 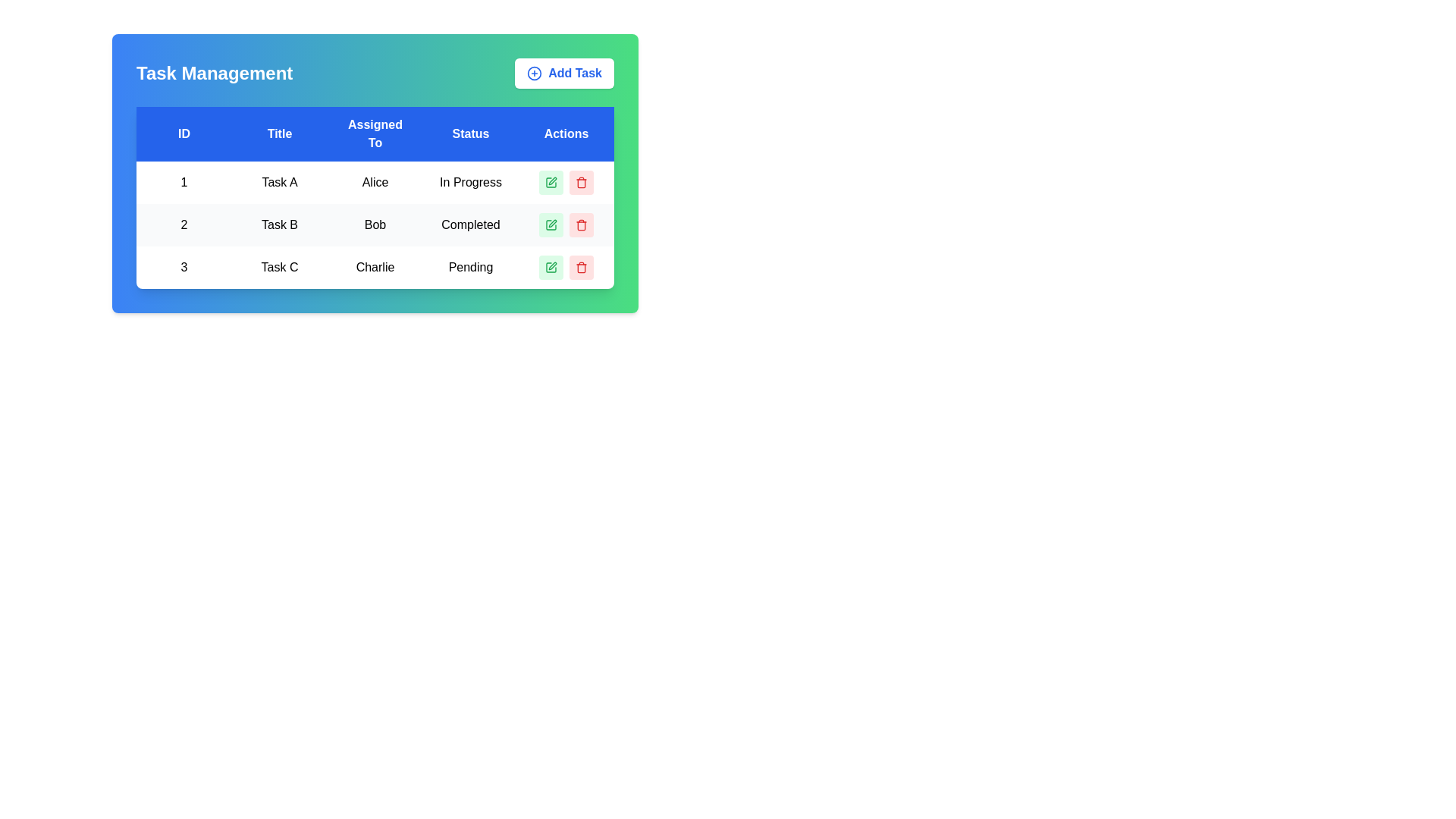 I want to click on the green editing button shaped like a pen in the Actions column for Task C, so click(x=552, y=265).